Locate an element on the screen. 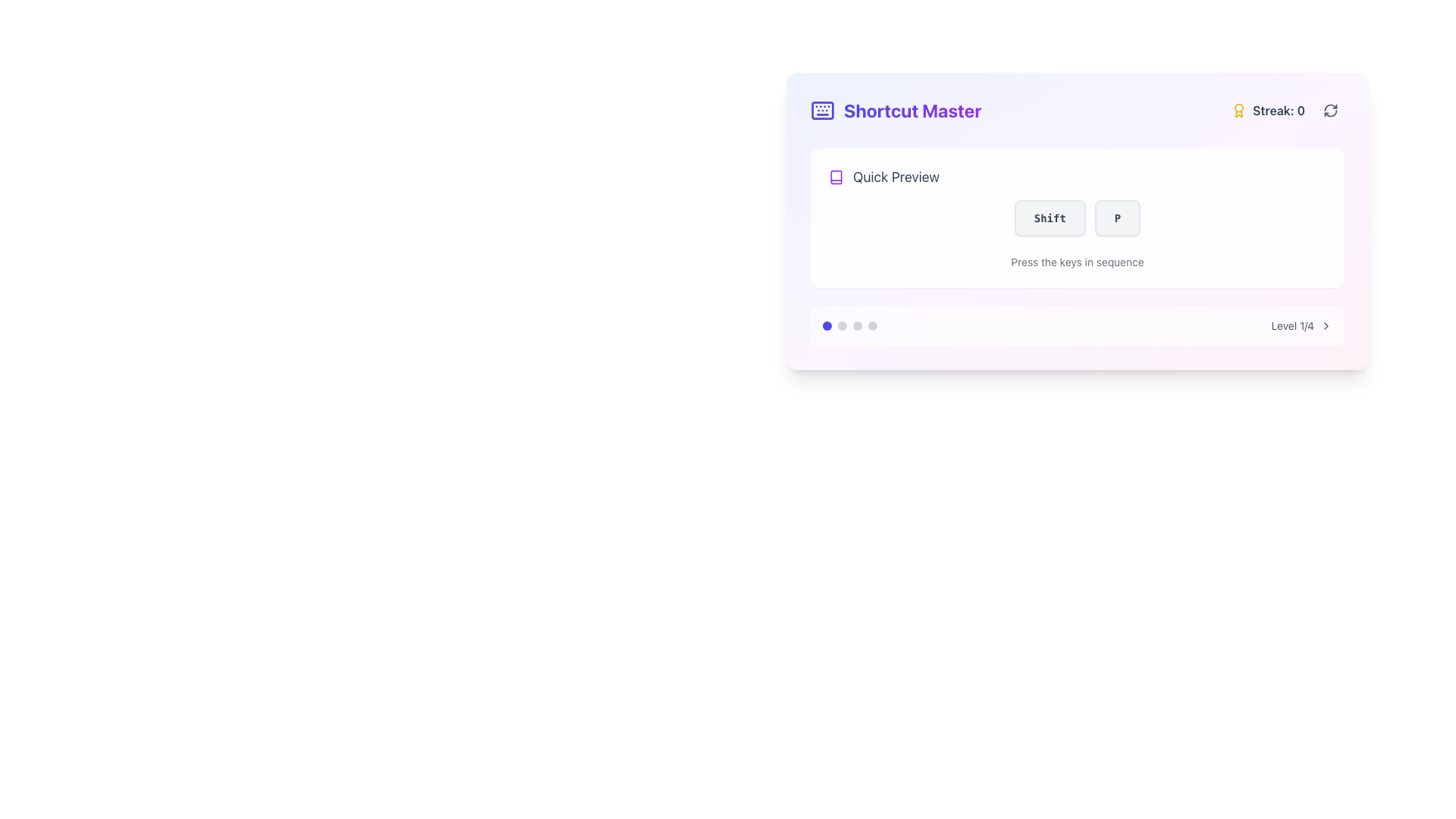 The width and height of the screenshot is (1456, 819). the 'Streak: 0' text display element with an award icon located in the upper-right corner of the 'Shortcut Master' box is located at coordinates (1287, 110).